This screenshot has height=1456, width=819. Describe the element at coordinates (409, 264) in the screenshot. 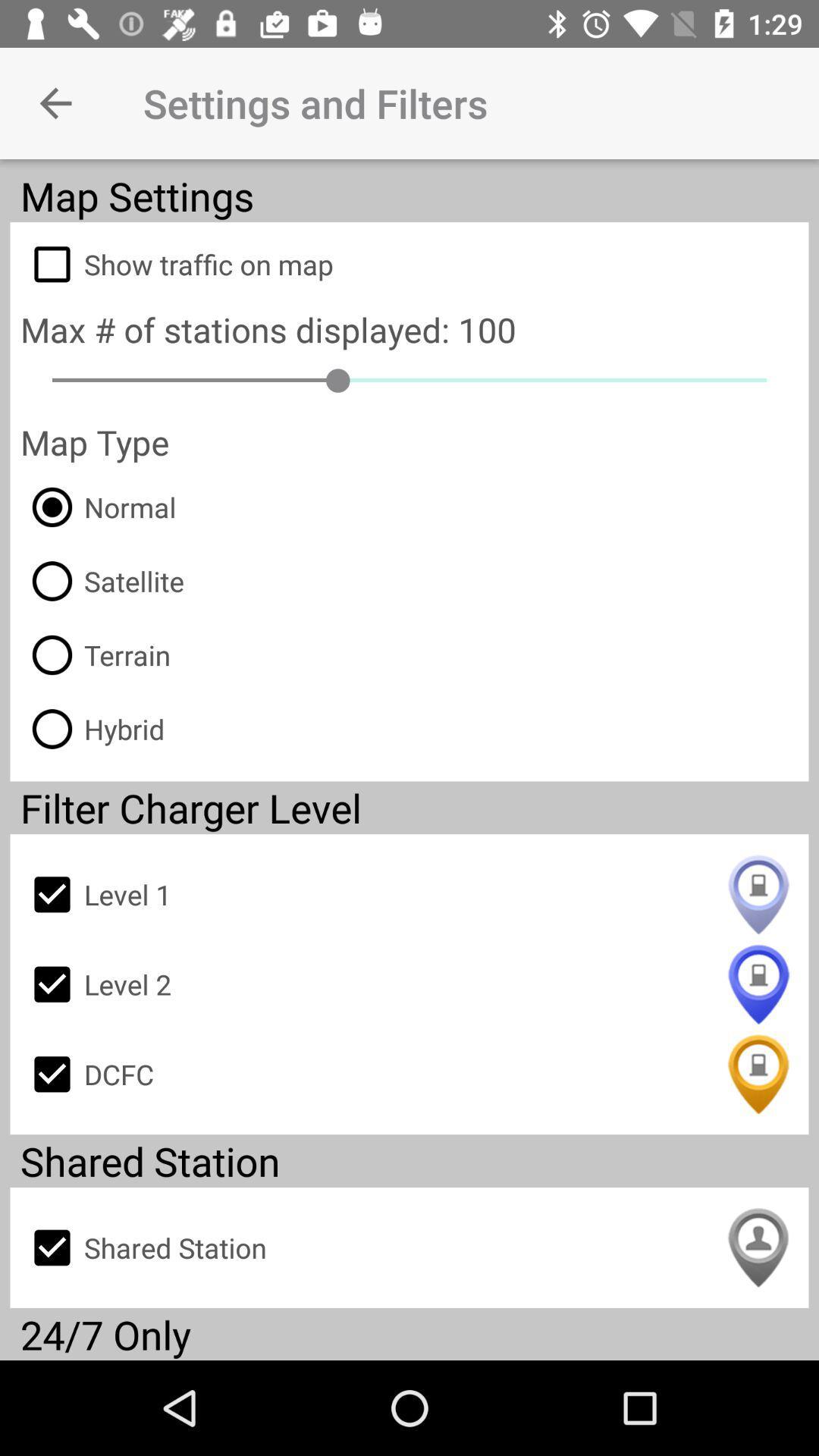

I see `show traffic on` at that location.